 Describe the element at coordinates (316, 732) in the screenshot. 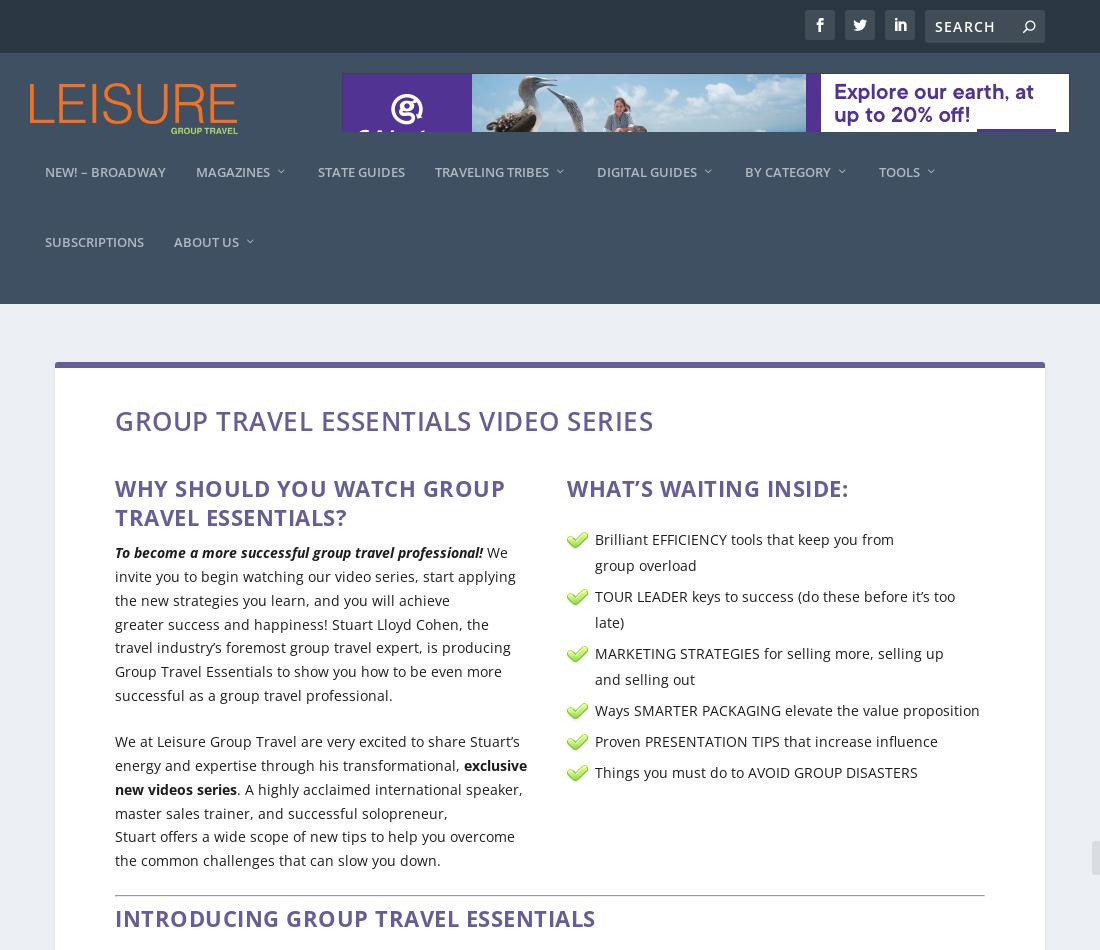

I see `'We at Leisure Group Travel are very excited to share Stuart’s energy and expertise through his transformational,'` at that location.